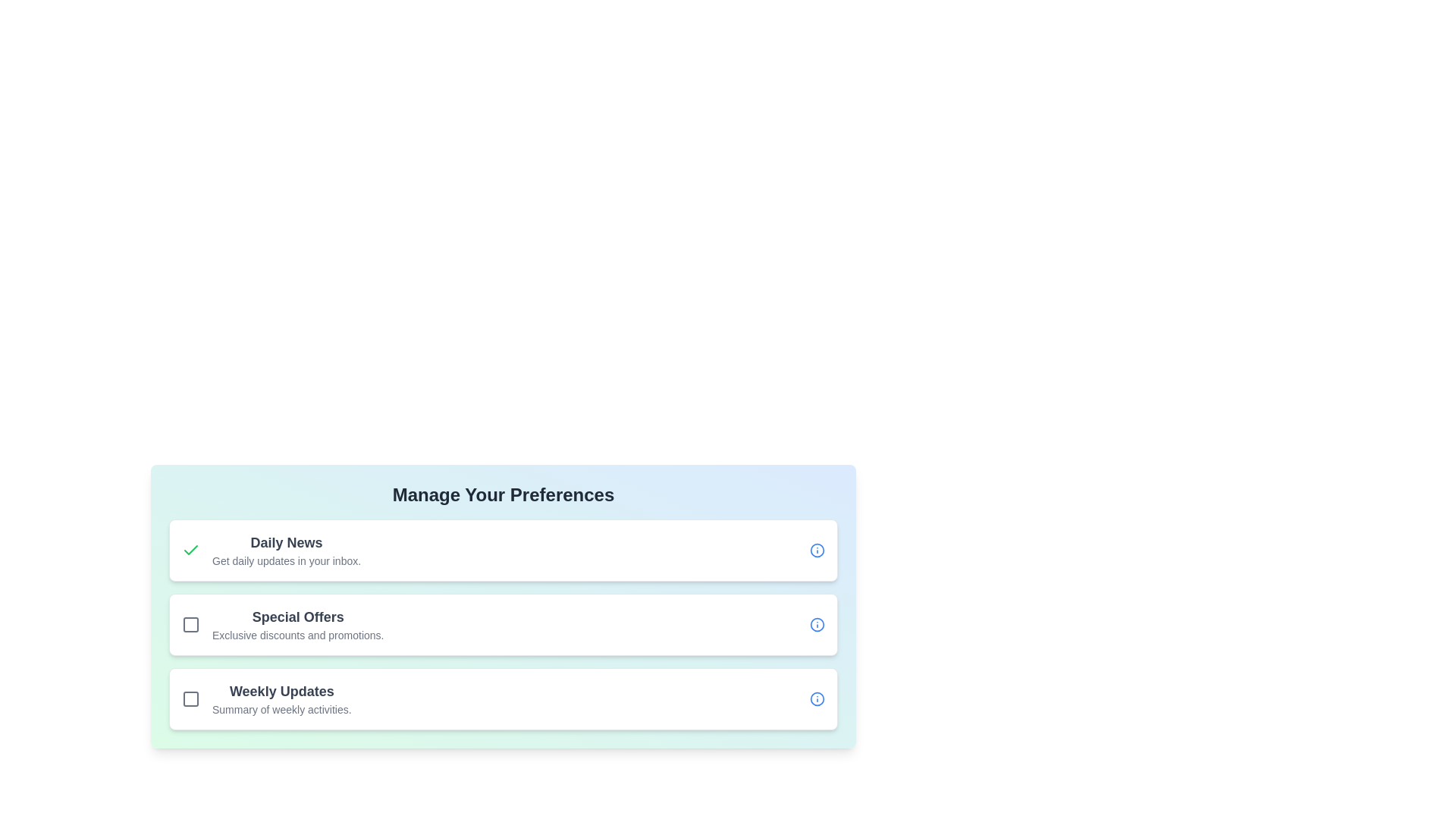  Describe the element at coordinates (281, 710) in the screenshot. I see `the text label that reads 'Summary of weekly activities.' positioned below the 'Weekly Updates' header` at that location.